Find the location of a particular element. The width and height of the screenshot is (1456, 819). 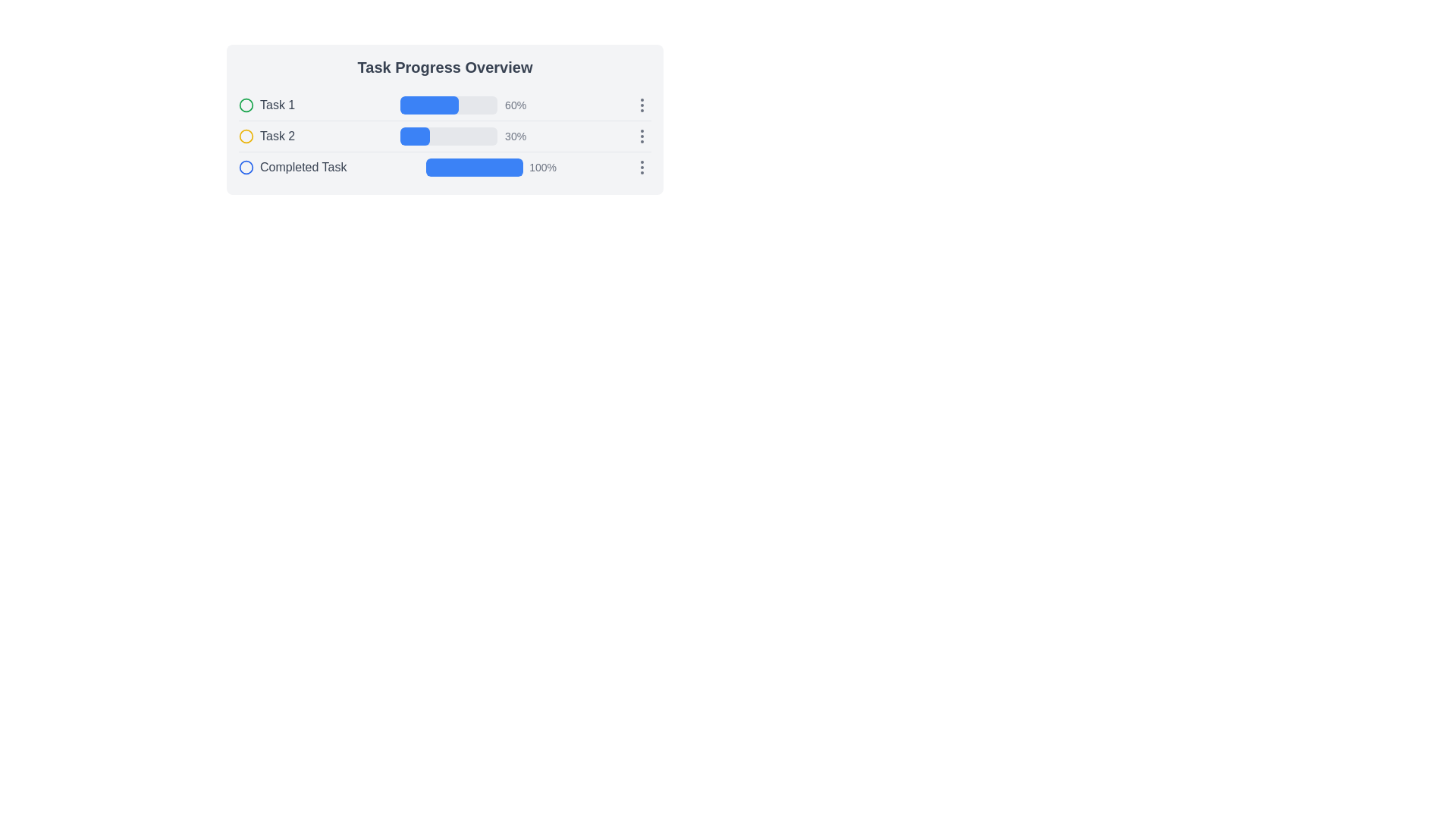

the Indicator Icon that represents Task 1, located immediately to the left of the label 'Task 1' in the task list at the top of the UI is located at coordinates (246, 104).